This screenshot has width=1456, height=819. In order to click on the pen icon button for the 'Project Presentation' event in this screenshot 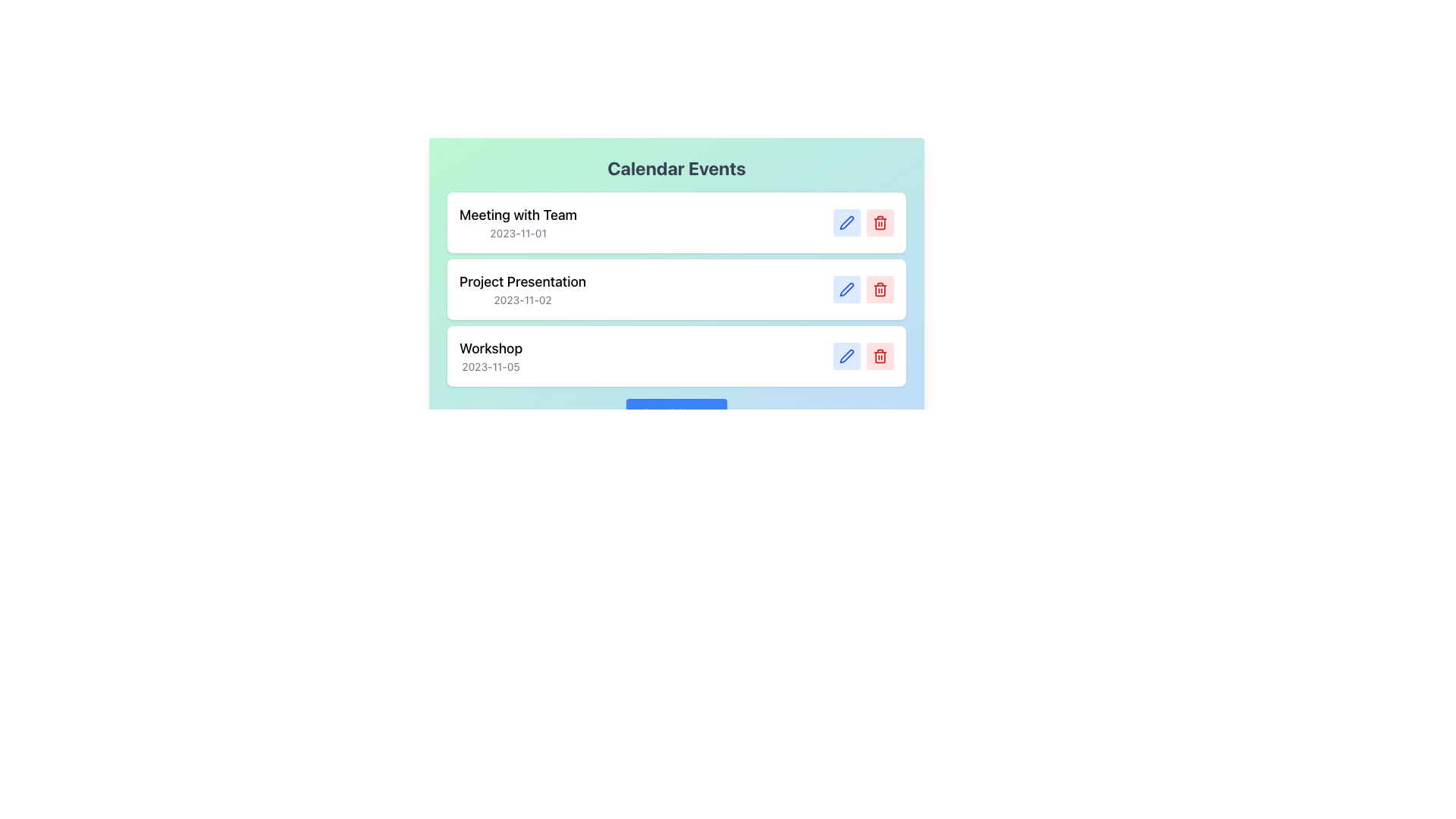, I will do `click(846, 289)`.